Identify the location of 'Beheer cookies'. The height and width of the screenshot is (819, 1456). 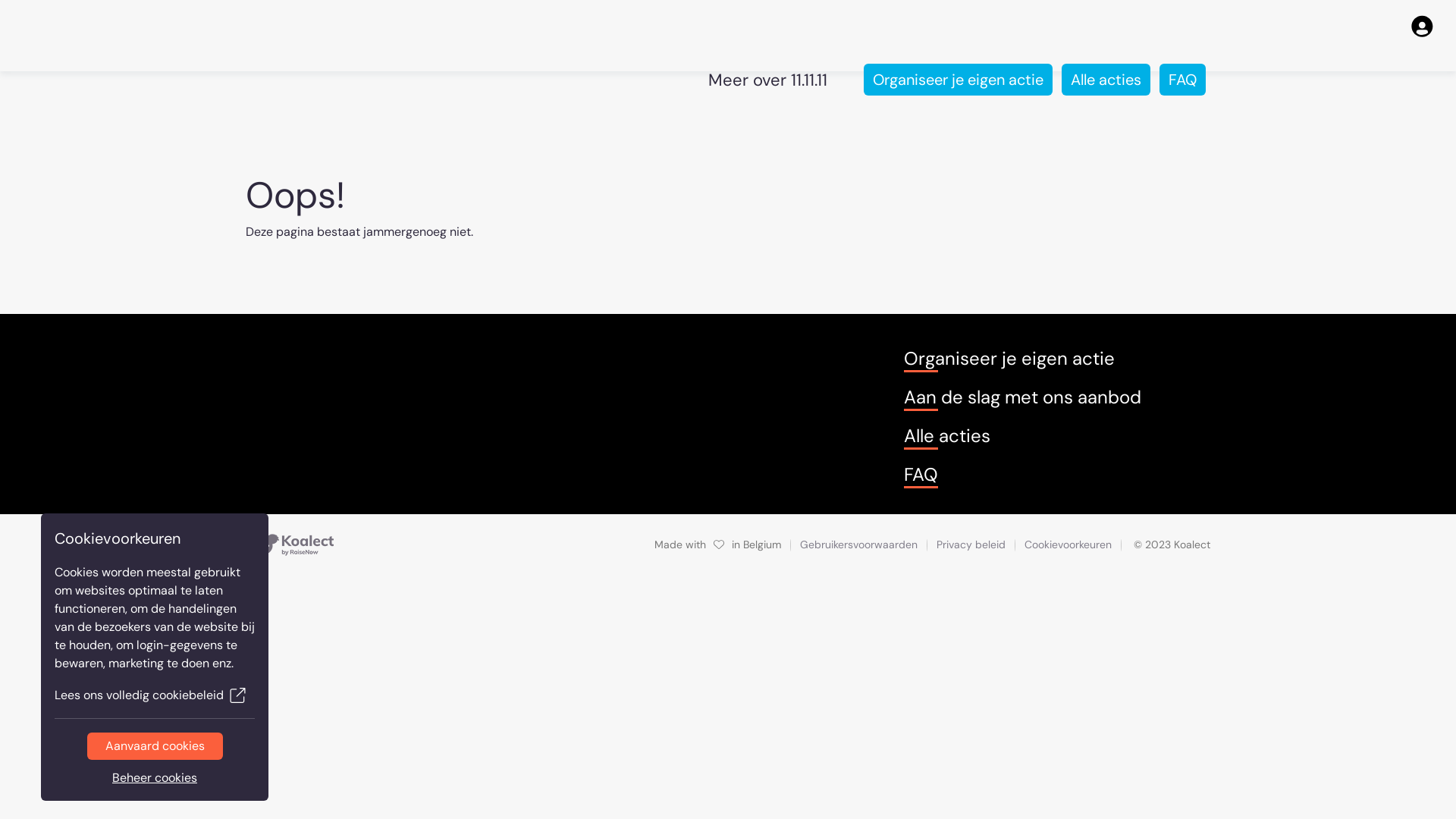
(154, 778).